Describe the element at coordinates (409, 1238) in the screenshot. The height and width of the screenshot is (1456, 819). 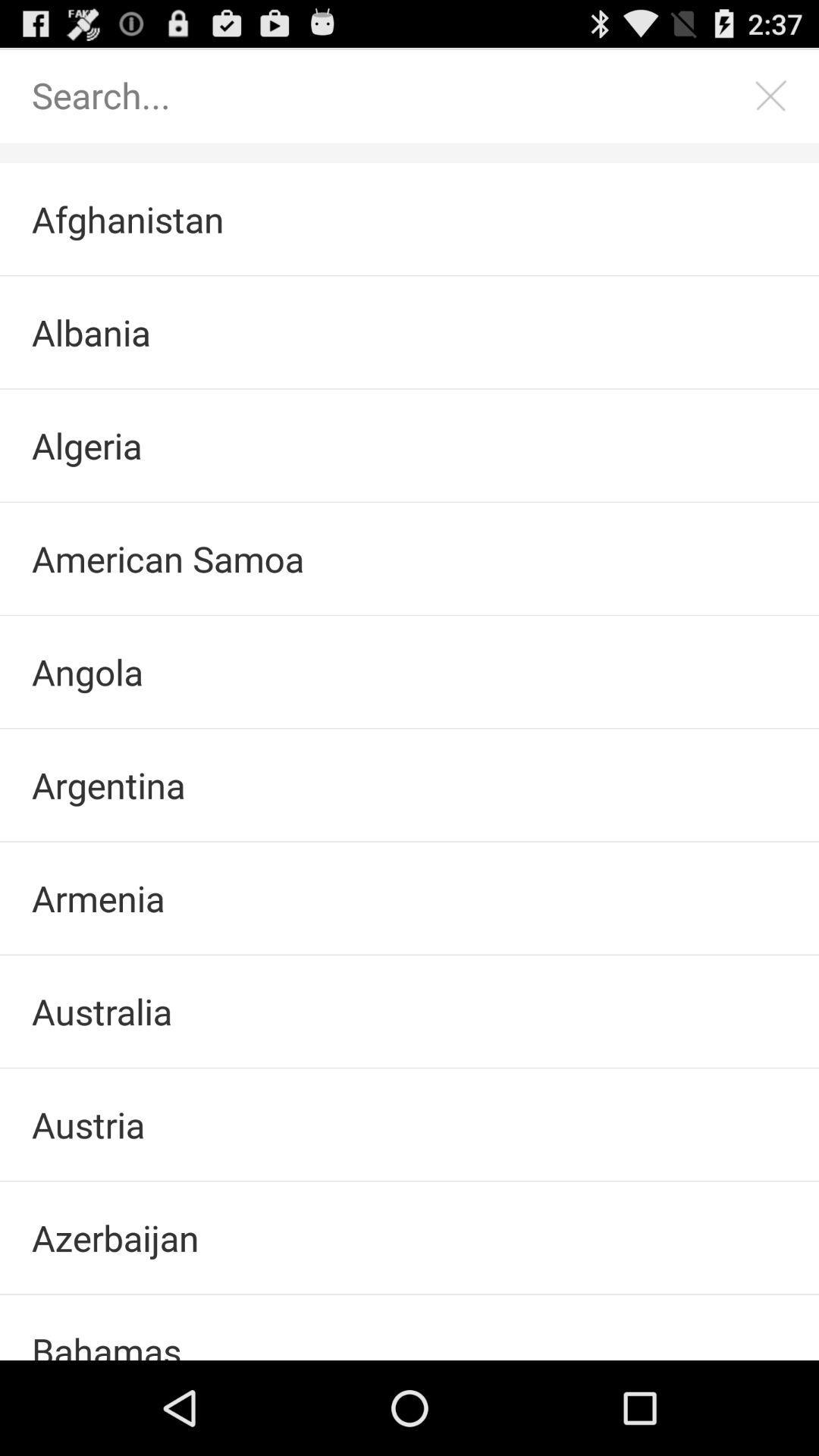
I see `icon below the austria` at that location.